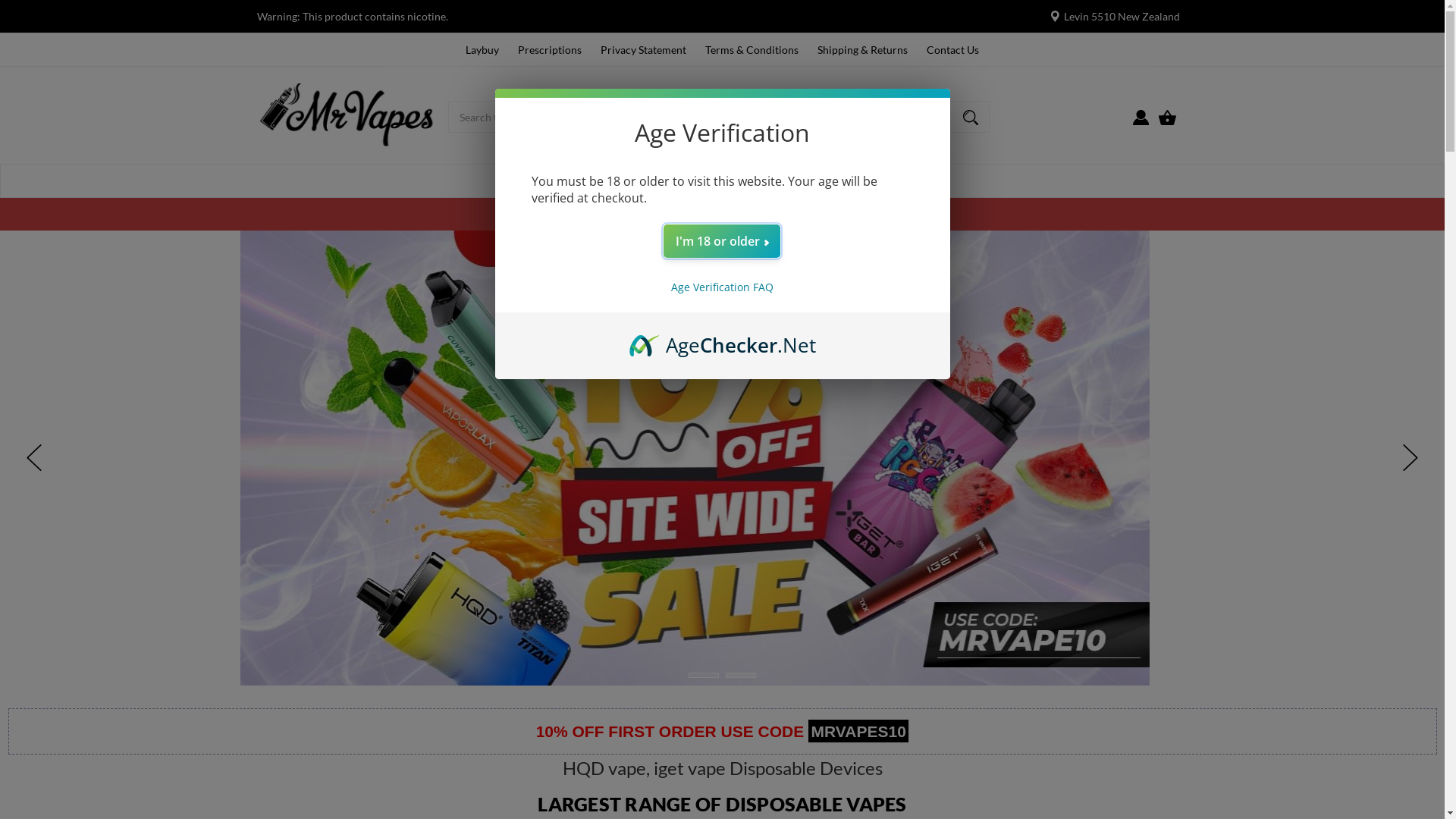  What do you see at coordinates (533, 180) in the screenshot?
I see `'Home'` at bounding box center [533, 180].